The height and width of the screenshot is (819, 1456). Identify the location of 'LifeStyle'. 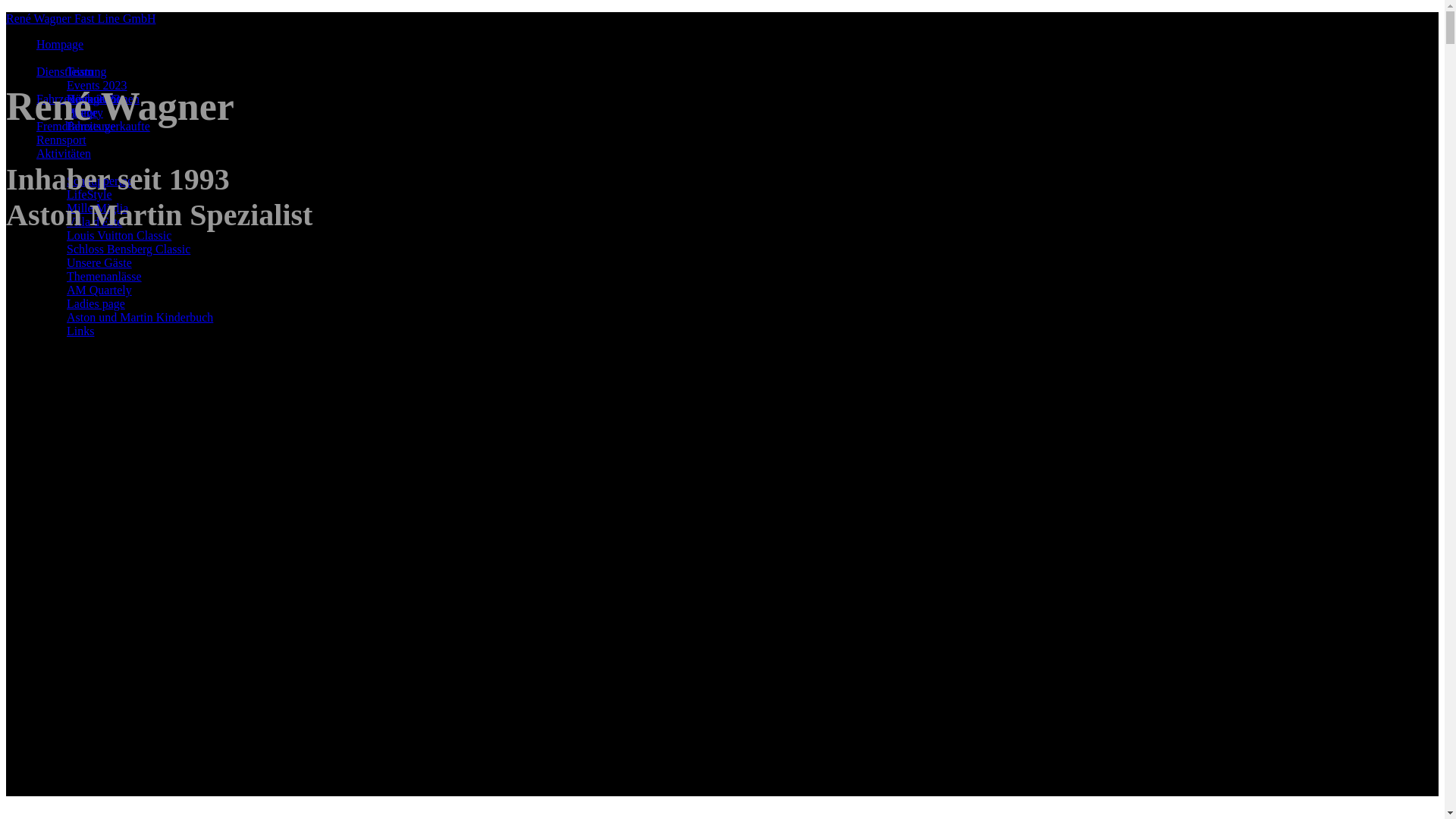
(89, 193).